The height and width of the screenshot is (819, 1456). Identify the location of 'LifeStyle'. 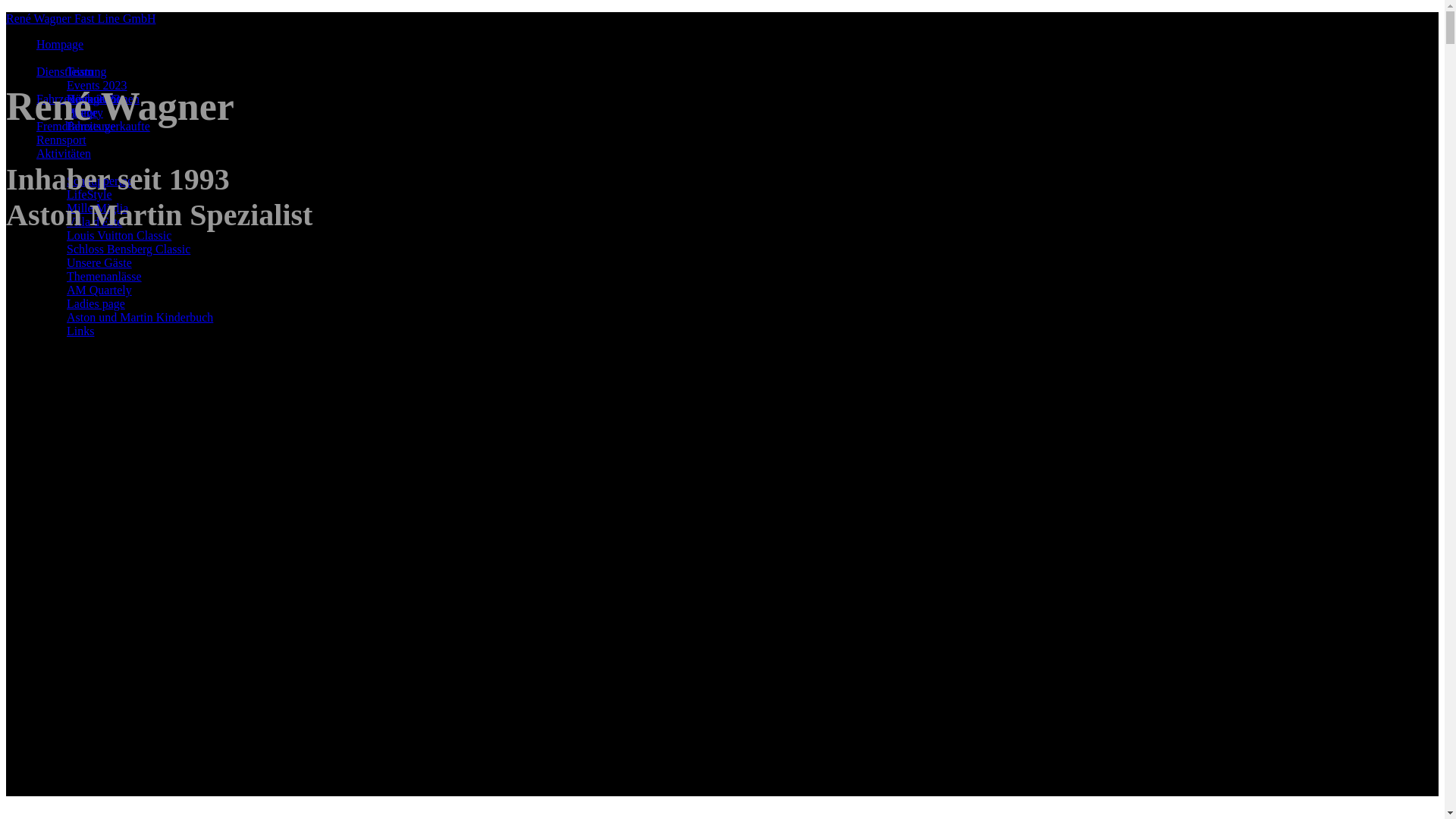
(89, 193).